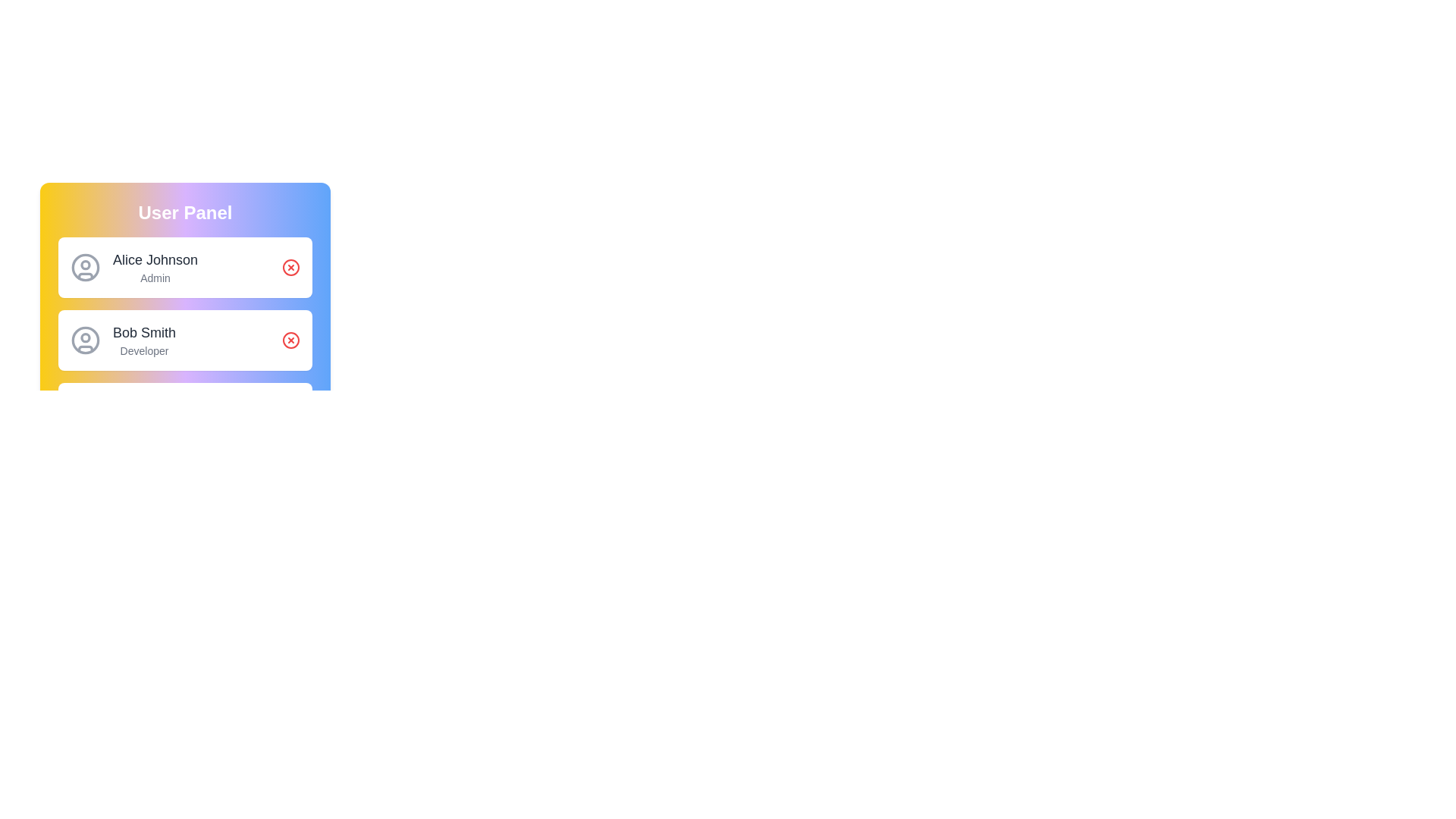  I want to click on the user profile icon for 'Alice Johnson' located in the upper card of the user panel, which is aligned horizontally with the user name text, so click(85, 267).